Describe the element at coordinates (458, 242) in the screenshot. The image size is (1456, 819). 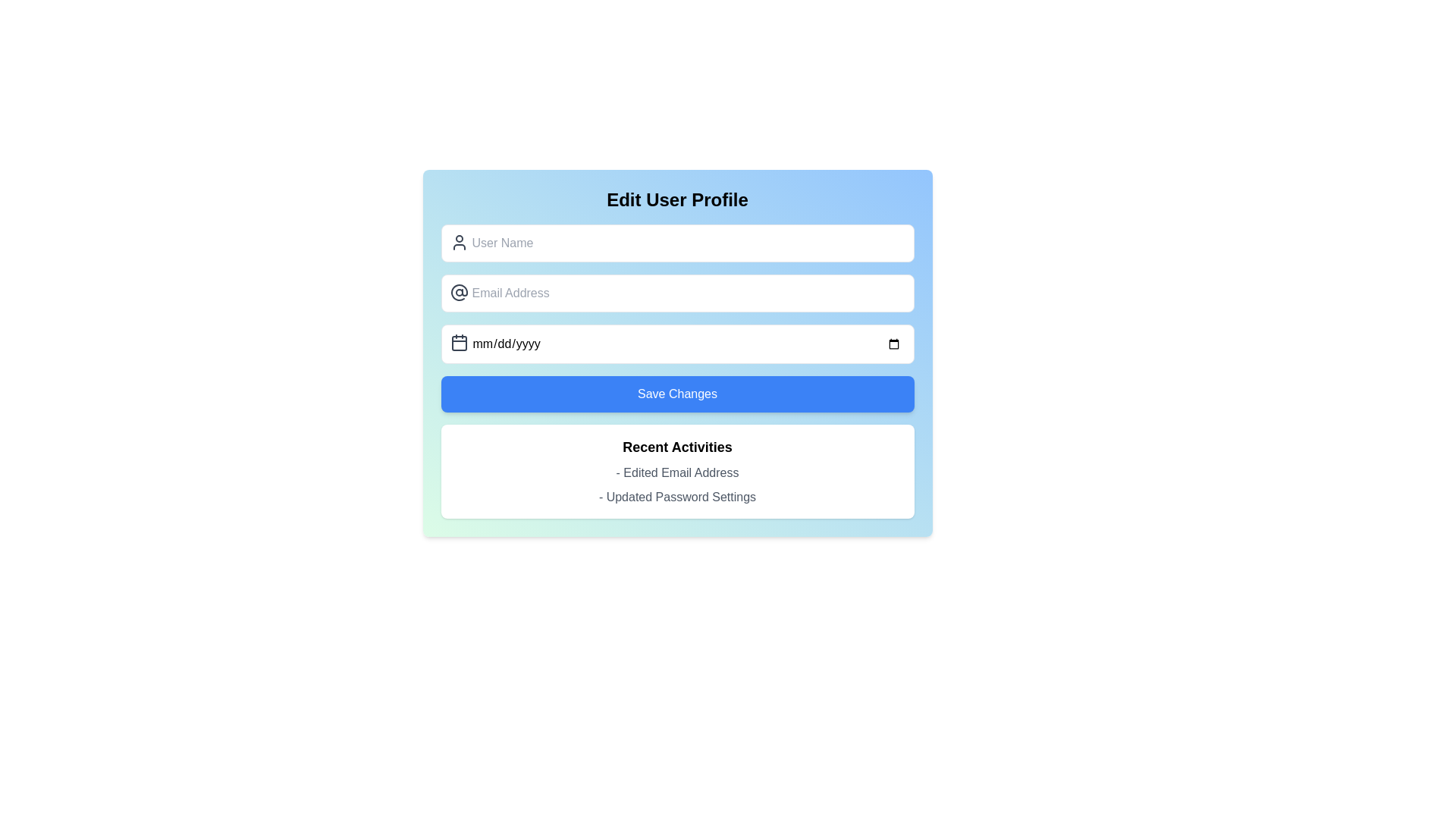
I see `the user icon, which is an SVG representation of a user with a circular head and semi-circular base, located at the leftmost part of the 'User Name' input field` at that location.